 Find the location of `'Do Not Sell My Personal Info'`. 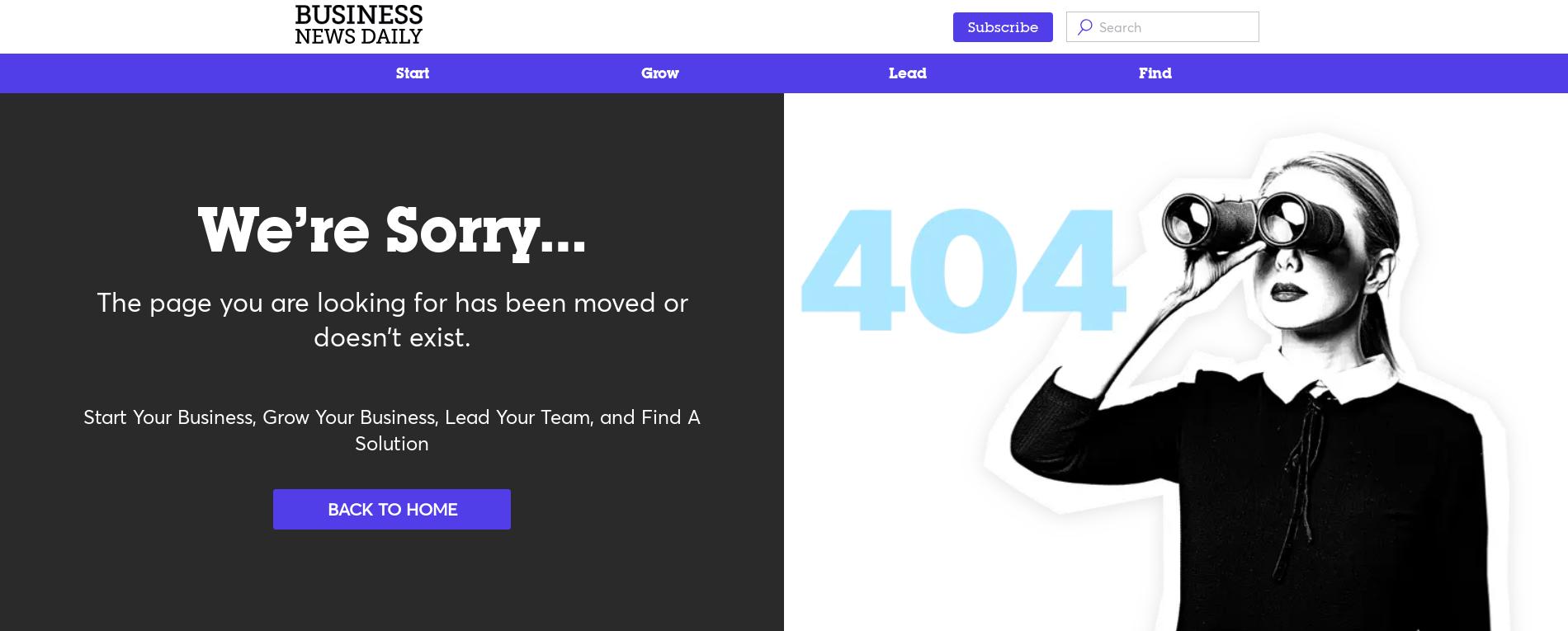

'Do Not Sell My Personal Info' is located at coordinates (857, 539).